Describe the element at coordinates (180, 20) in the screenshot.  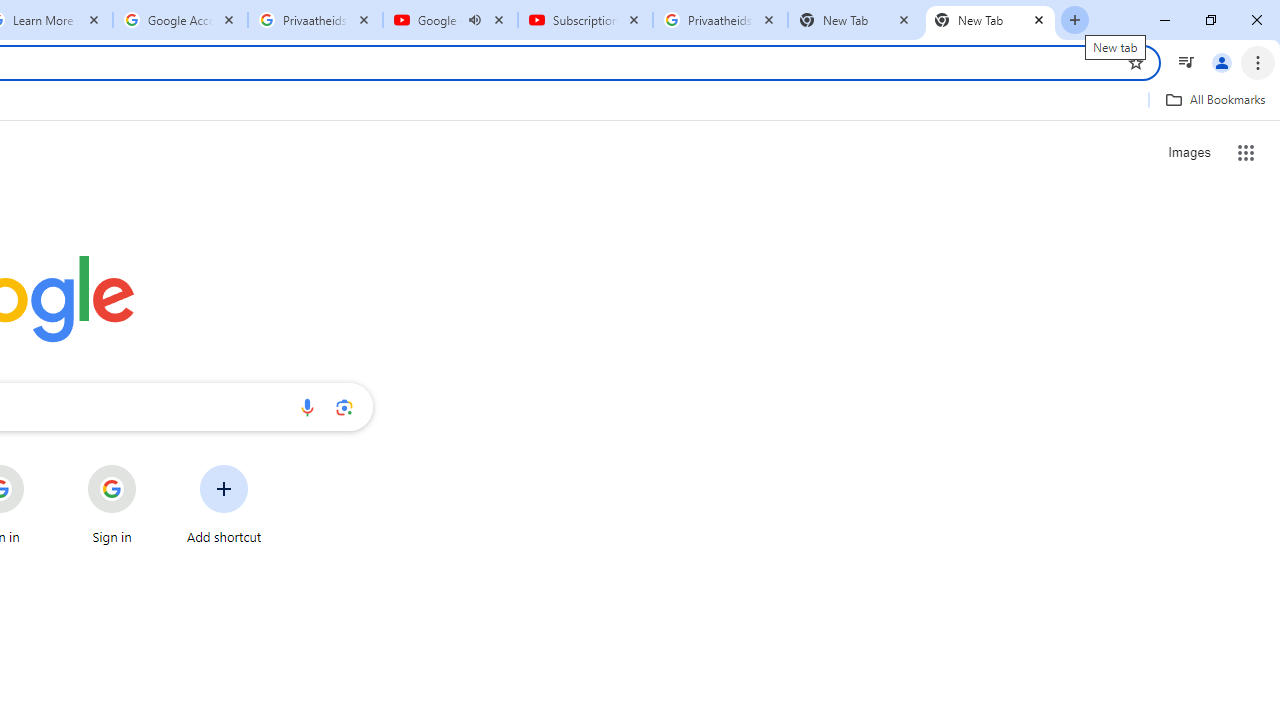
I see `'Google Account'` at that location.